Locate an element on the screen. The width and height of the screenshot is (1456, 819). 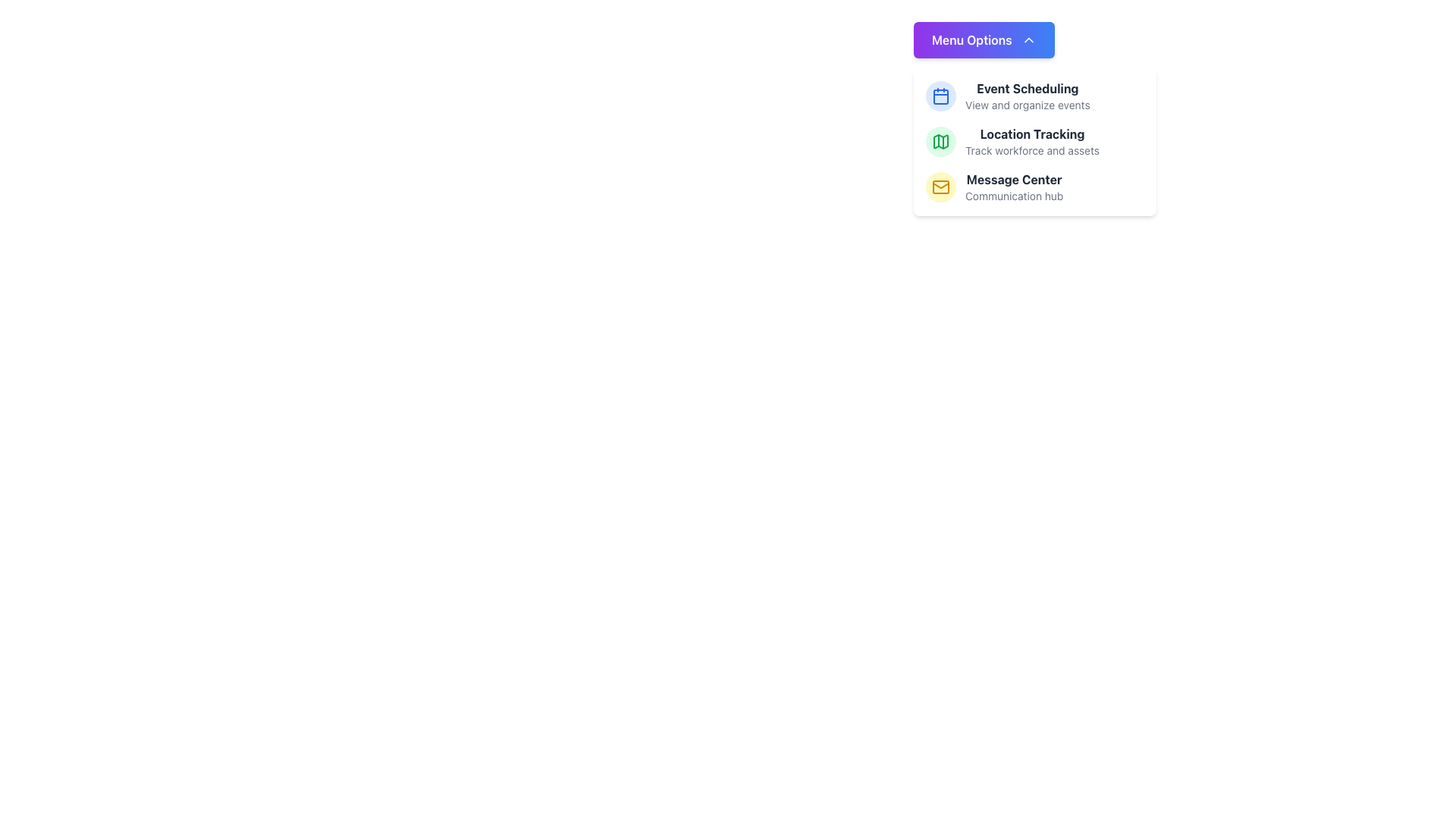
the 'Message Center' icon within the dropdown menu is located at coordinates (940, 186).